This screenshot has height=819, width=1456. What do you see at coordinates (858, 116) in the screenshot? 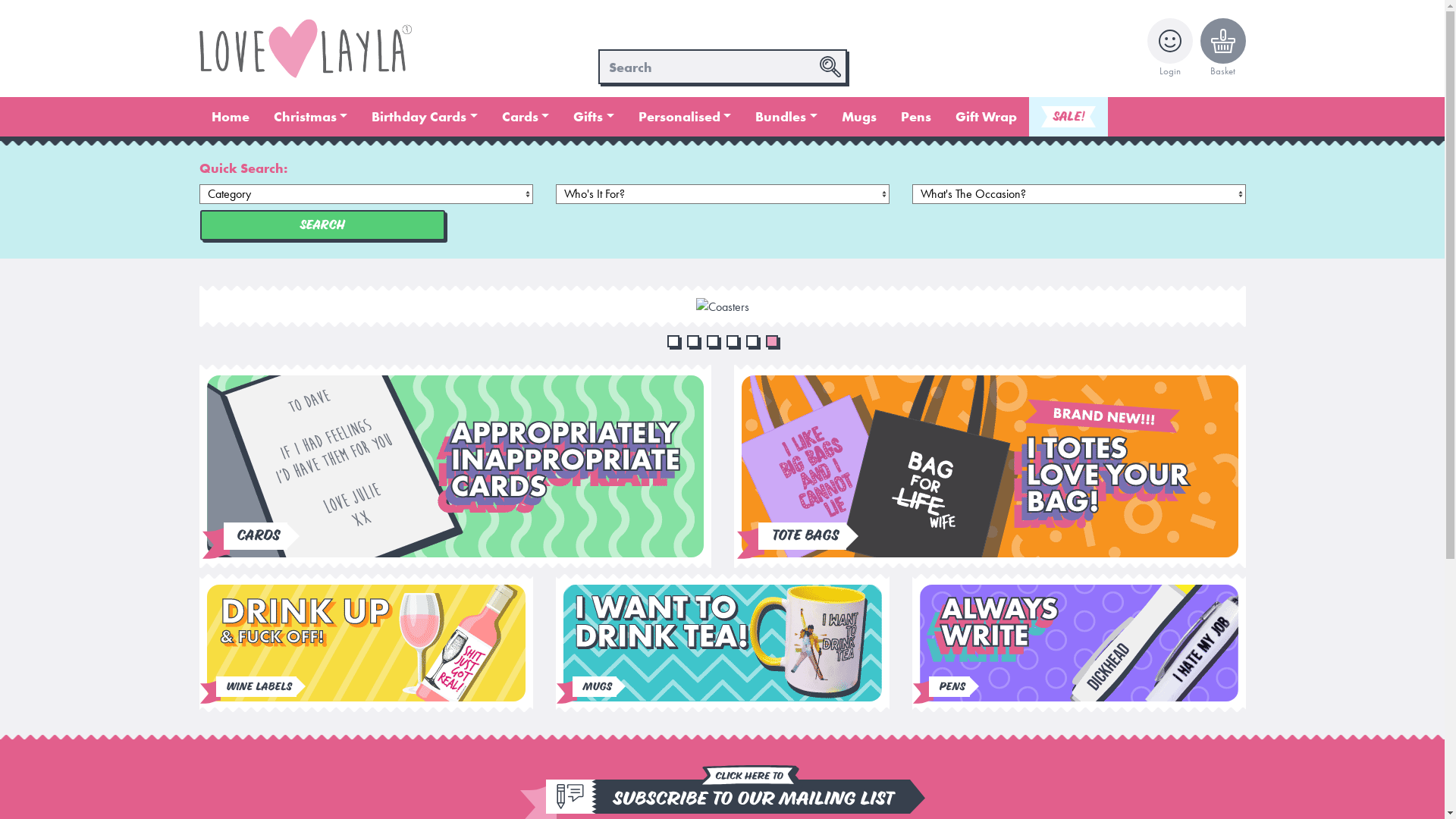
I see `'Mugs'` at bounding box center [858, 116].